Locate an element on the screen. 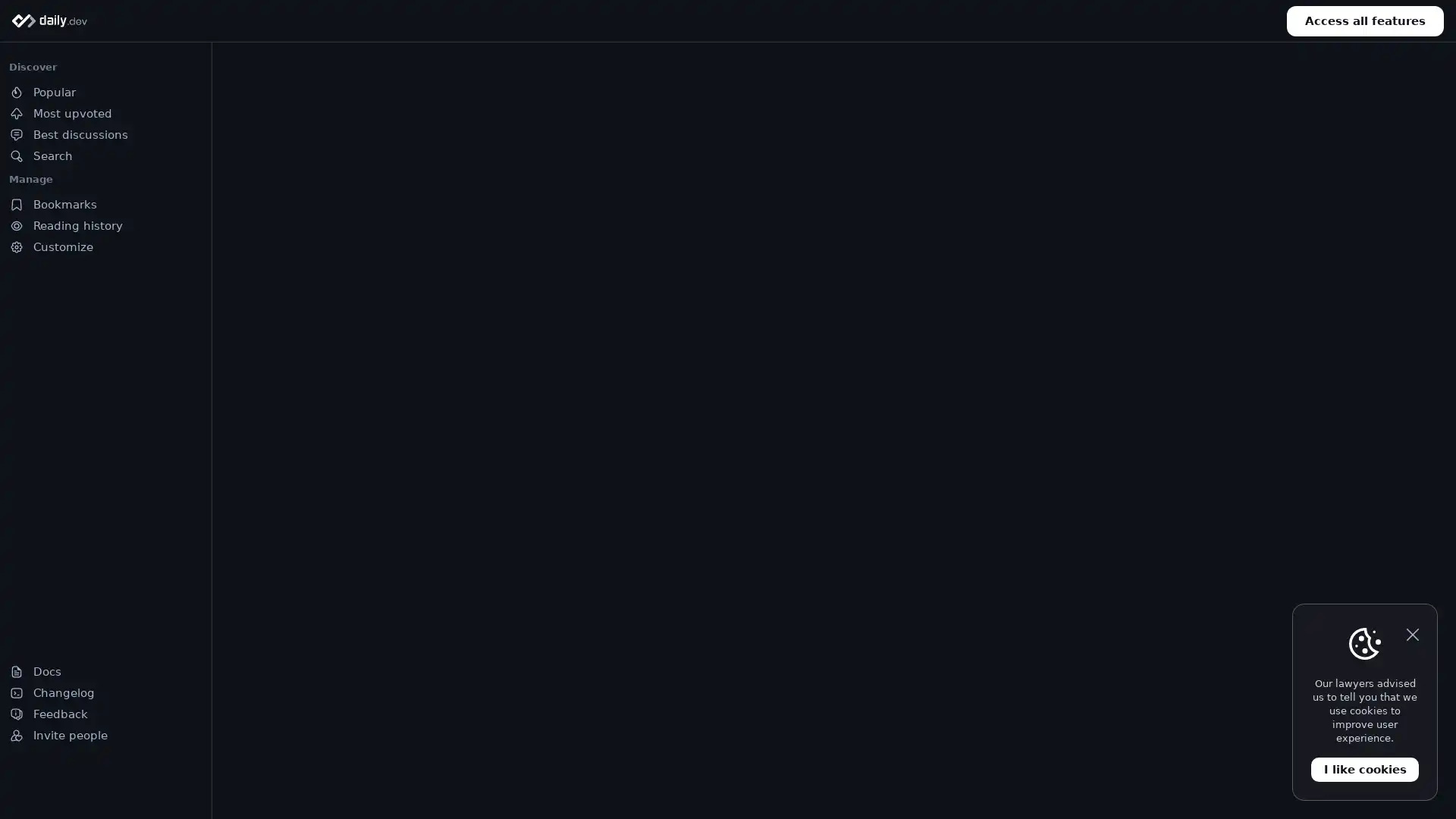 Image resolution: width=1456 pixels, height=819 pixels. Options is located at coordinates (1328, 174).